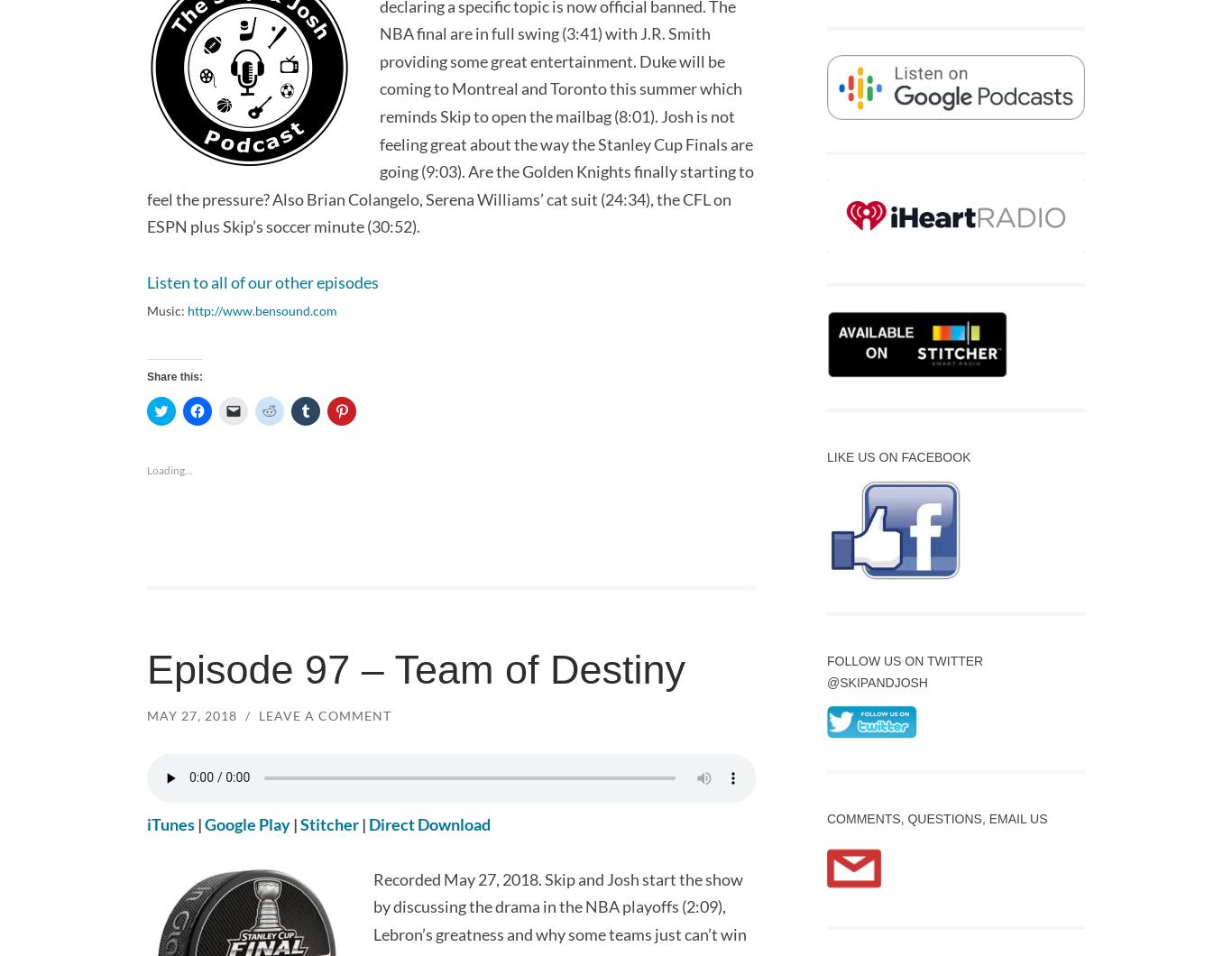  Describe the element at coordinates (190, 713) in the screenshot. I see `'May 27, 2018'` at that location.